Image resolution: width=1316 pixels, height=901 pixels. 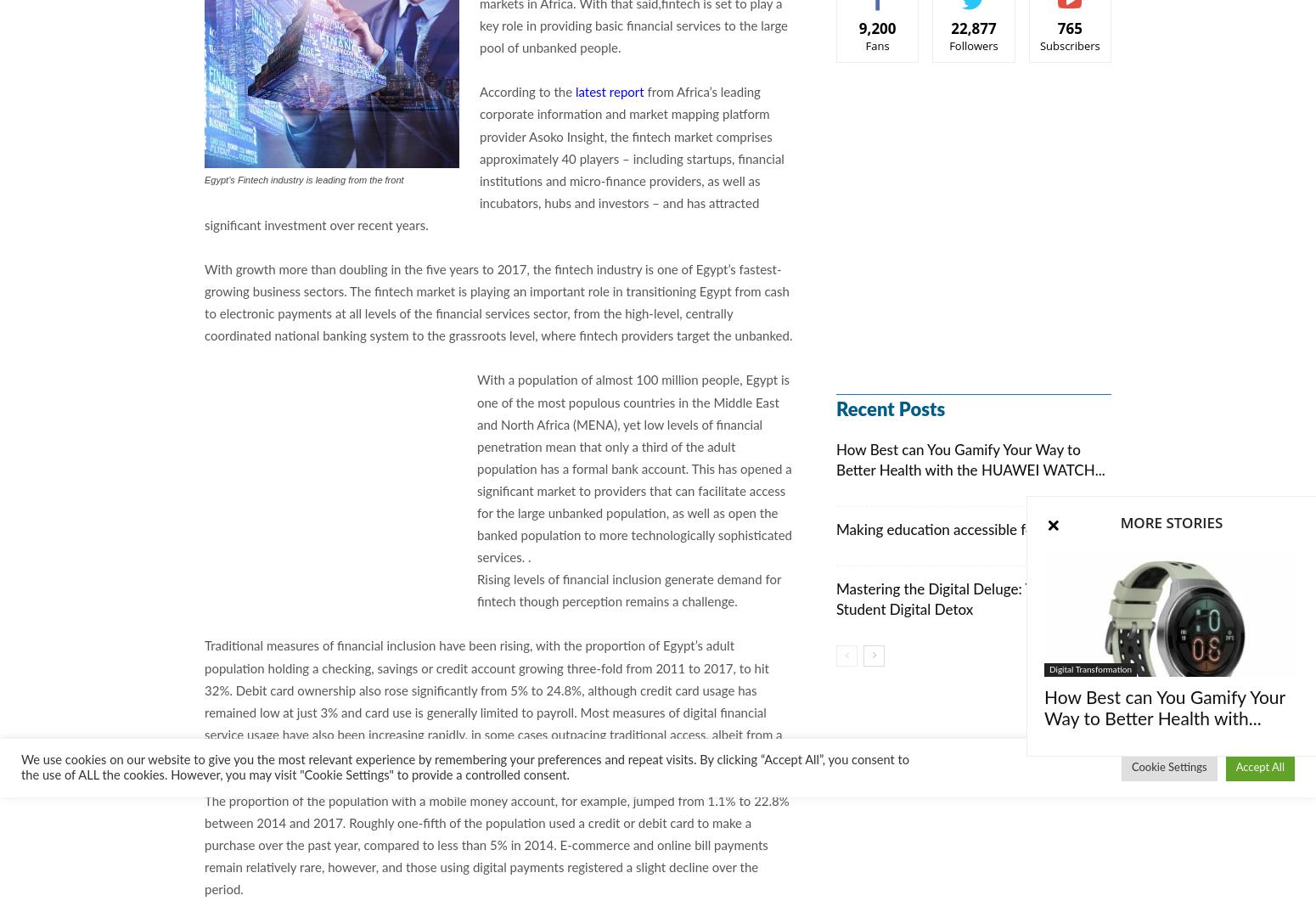 What do you see at coordinates (496, 845) in the screenshot?
I see `'The proportion of the population with a mobile money account, for example, jumped from 1.1% to 22.8% between 2014 and 2017. Roughly one-fifth of the population used a credit or debit card to make a purchase over the past year, compared to less than 5% in 2014. E-commerce and online bill payments remain relatively rare, however, and those using digital payments registered a slight decline over the period.'` at bounding box center [496, 845].